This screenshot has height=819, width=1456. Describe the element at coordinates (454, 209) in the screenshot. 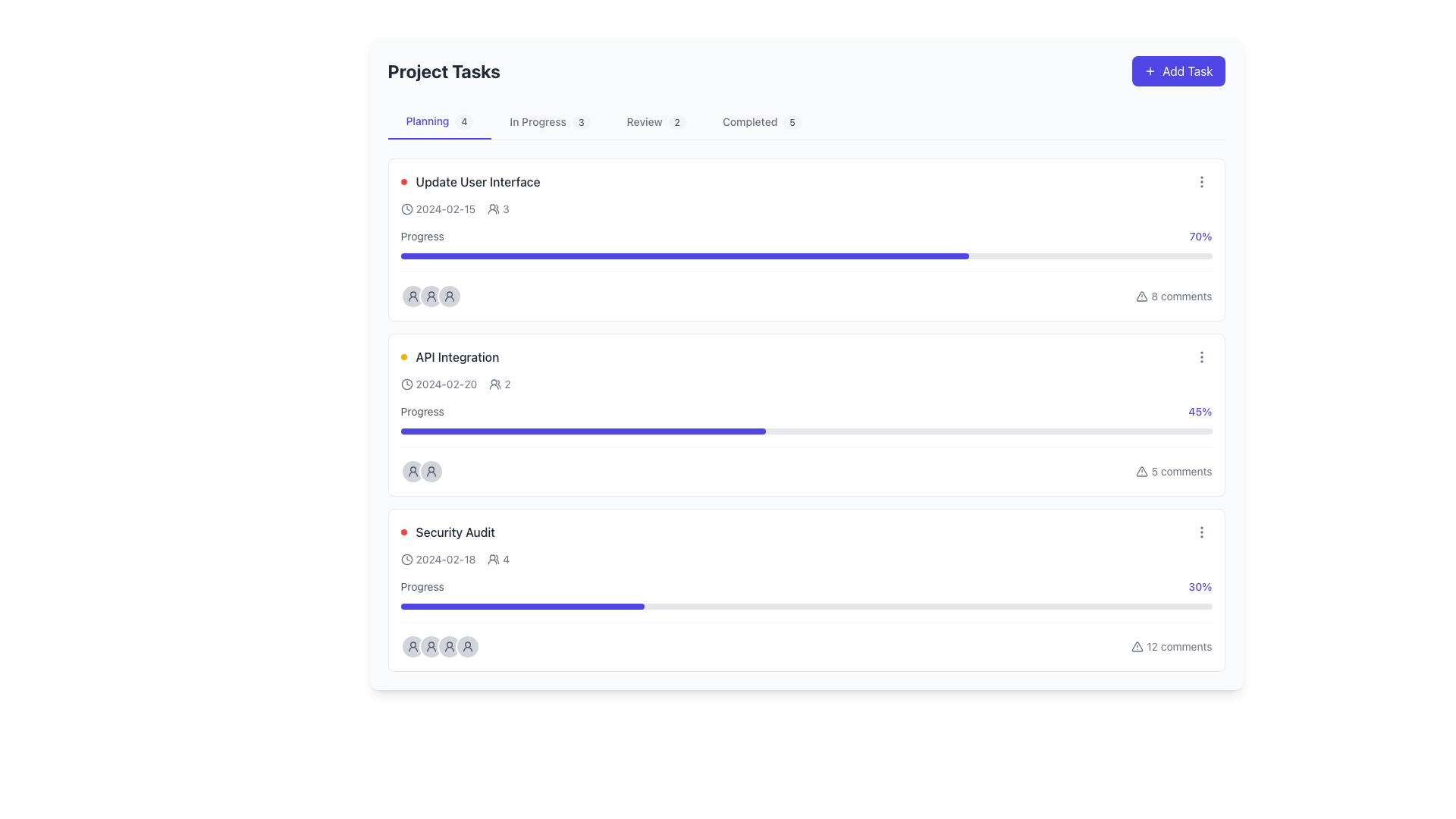

I see `the static text displaying the date '2024-02-15' and participant count '3', which is the first subcomponent of the 'Update User Interface' card in the 'Planning' section of the 'Project Tasks' layout` at that location.